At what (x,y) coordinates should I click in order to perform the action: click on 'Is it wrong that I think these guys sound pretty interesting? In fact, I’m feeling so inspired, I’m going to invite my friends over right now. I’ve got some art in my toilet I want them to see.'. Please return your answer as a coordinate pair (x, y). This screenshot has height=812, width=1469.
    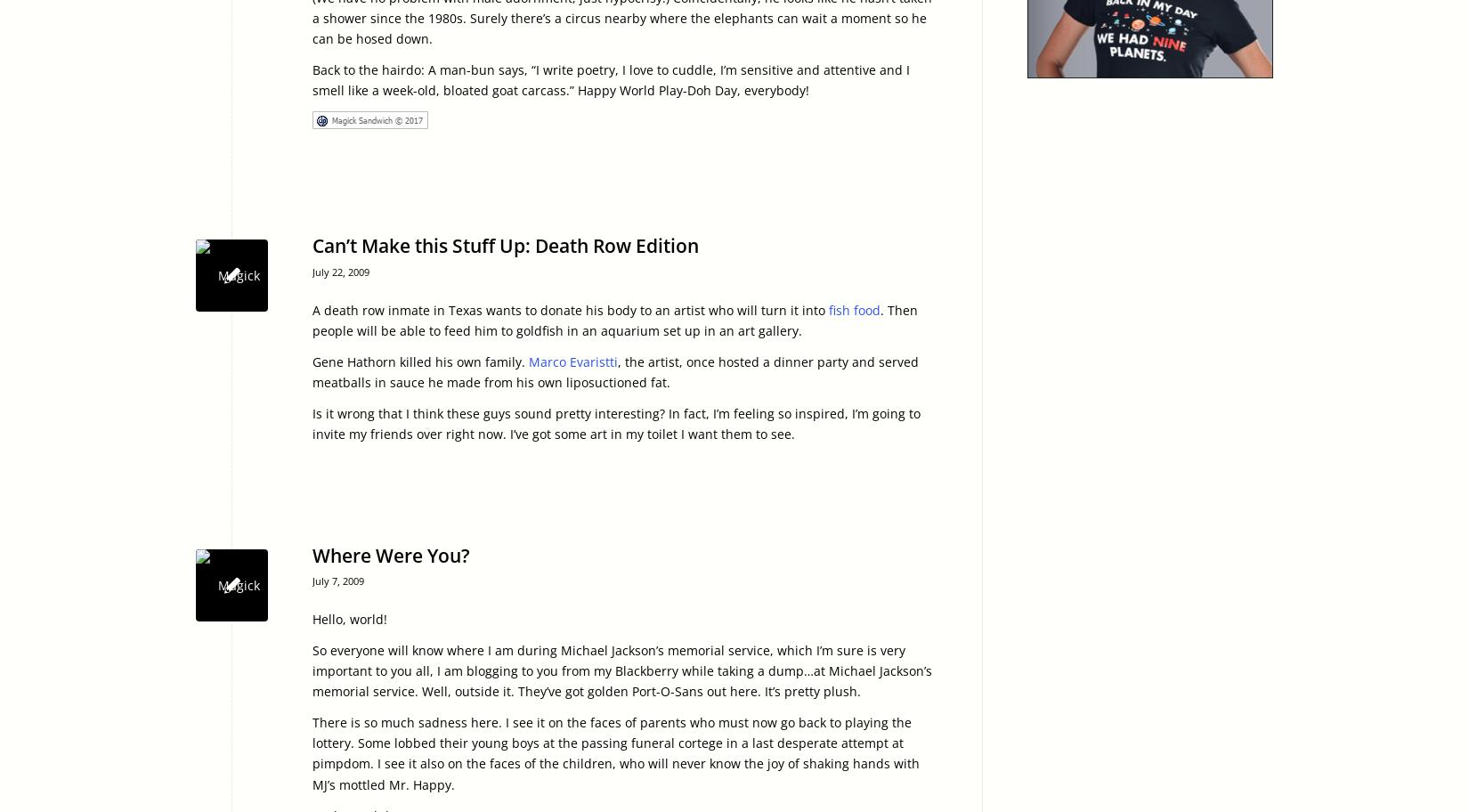
    Looking at the image, I should click on (615, 422).